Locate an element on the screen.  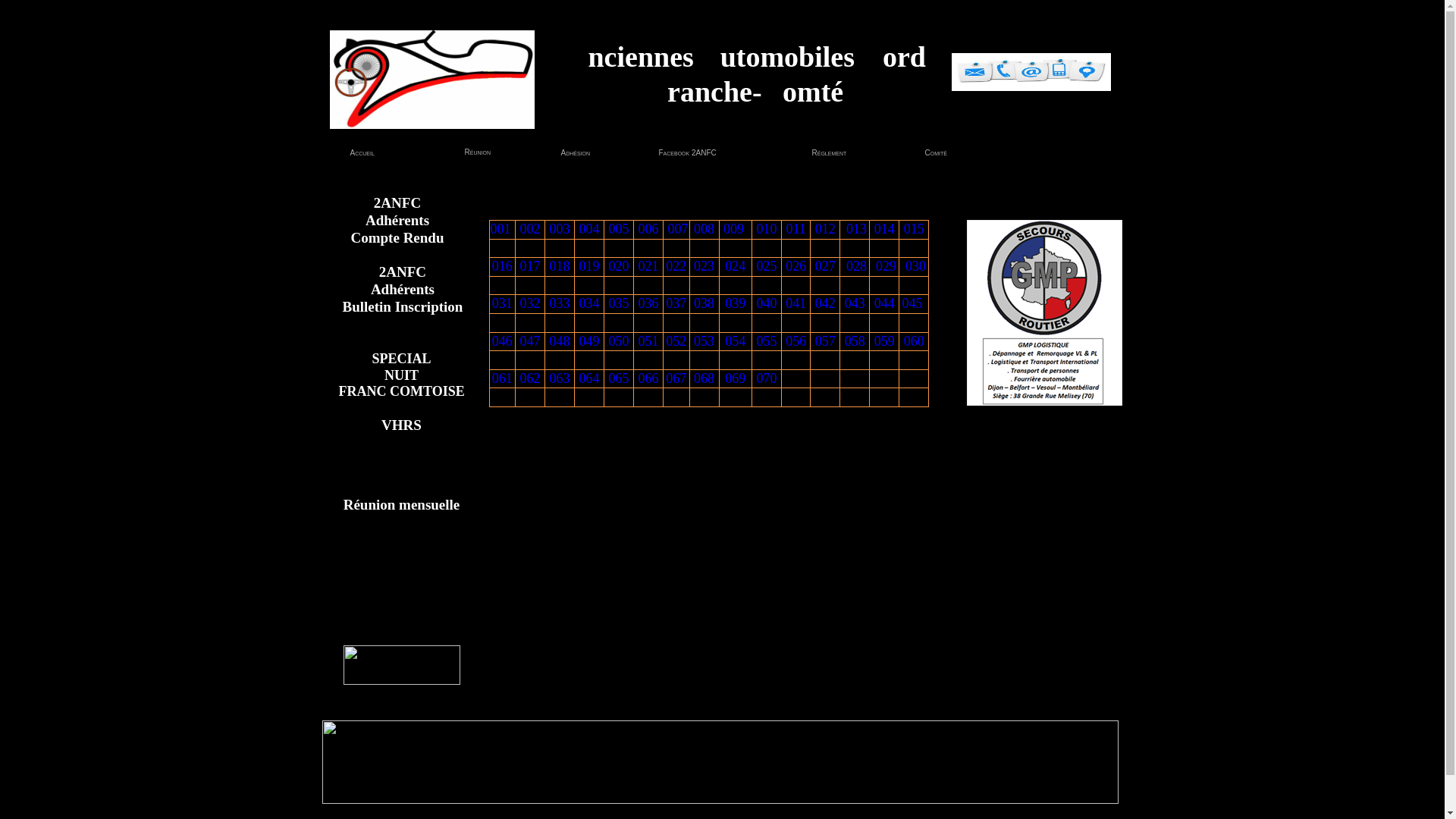
' 013' is located at coordinates (855, 228).